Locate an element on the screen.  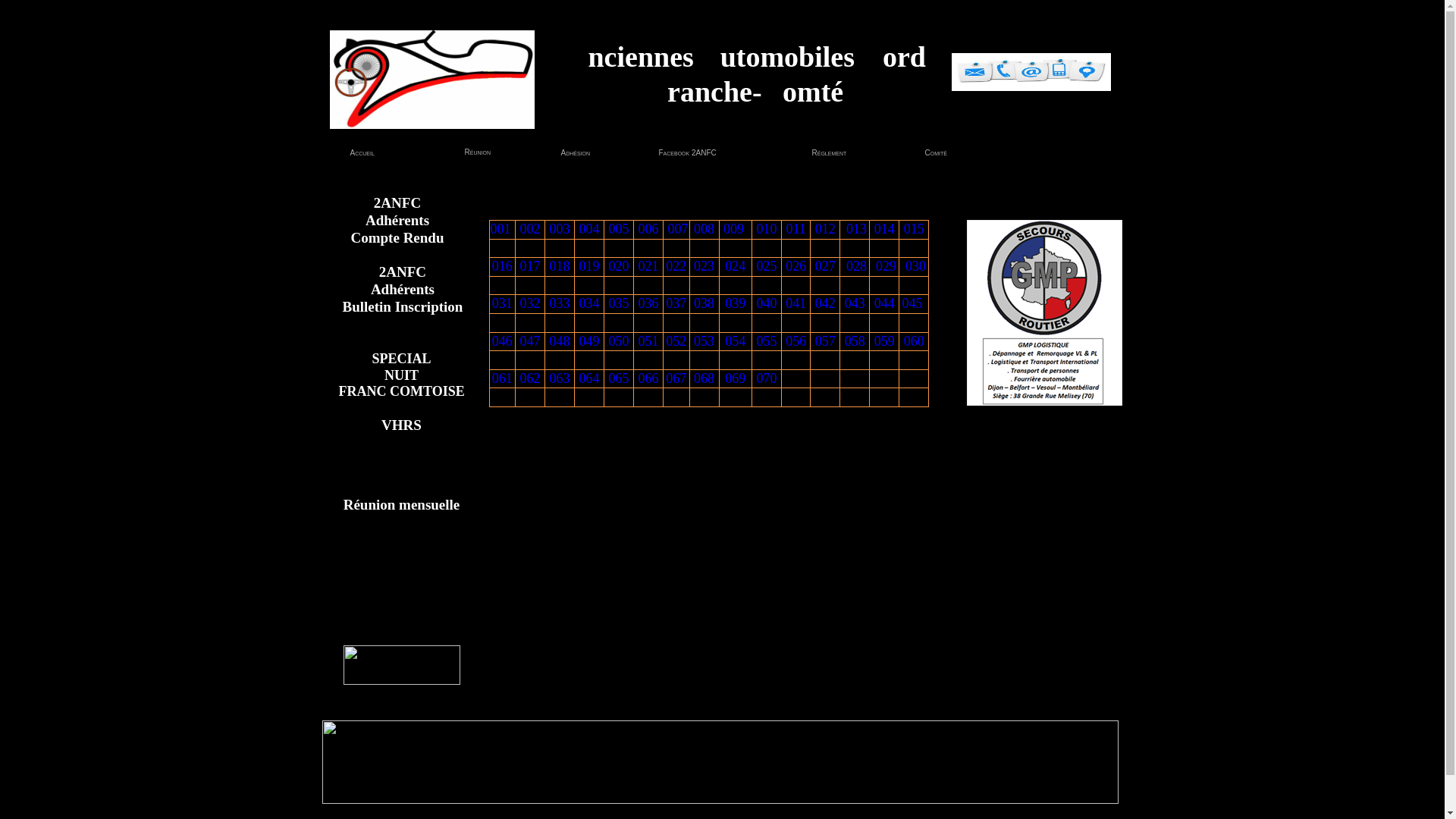
' 013' is located at coordinates (855, 228).